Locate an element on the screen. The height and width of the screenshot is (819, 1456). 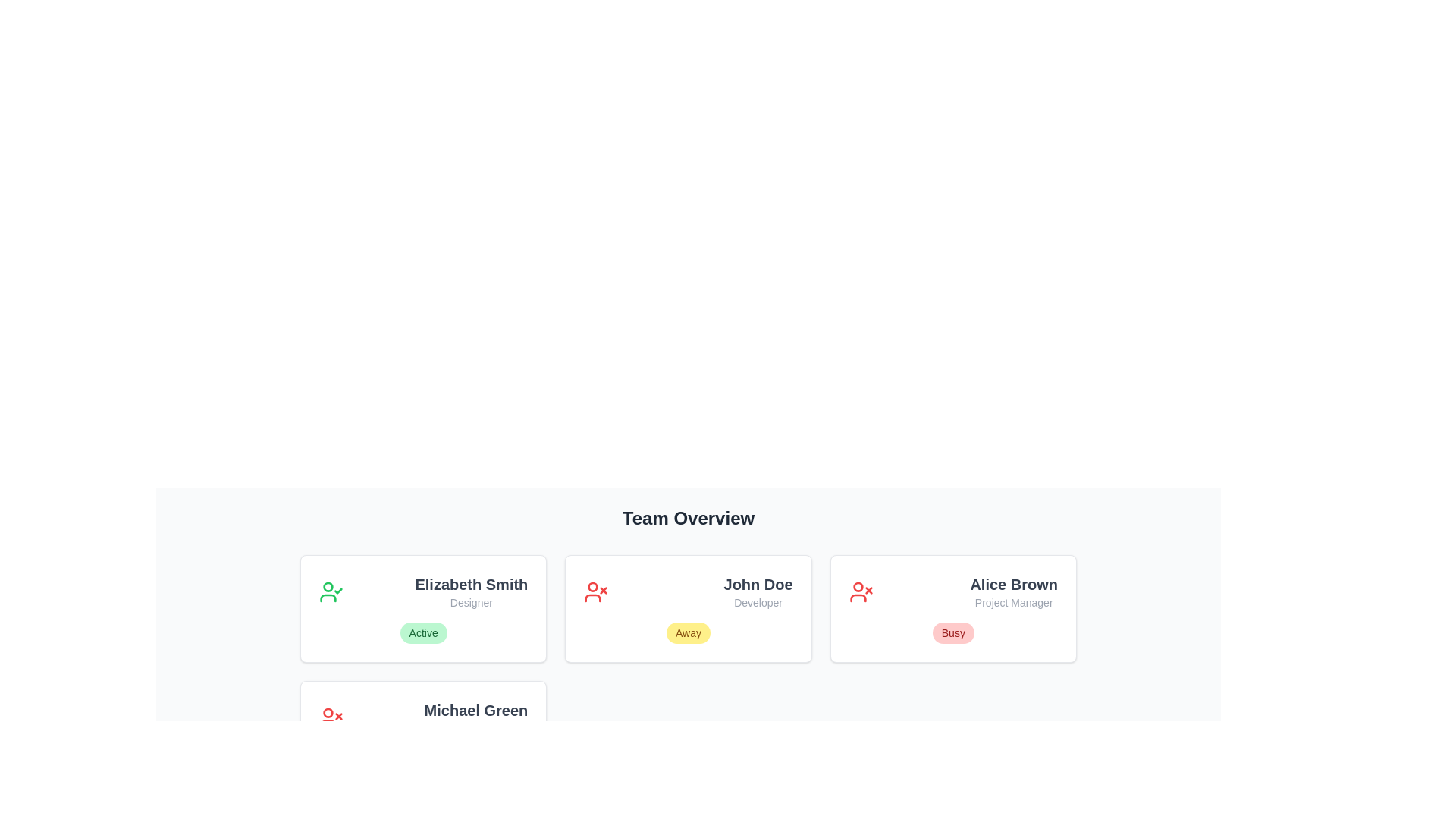
to select the team member's name displayed in the leftmost card, which is centrally aligned beneath a green icon and above an 'Active' status badge is located at coordinates (470, 591).